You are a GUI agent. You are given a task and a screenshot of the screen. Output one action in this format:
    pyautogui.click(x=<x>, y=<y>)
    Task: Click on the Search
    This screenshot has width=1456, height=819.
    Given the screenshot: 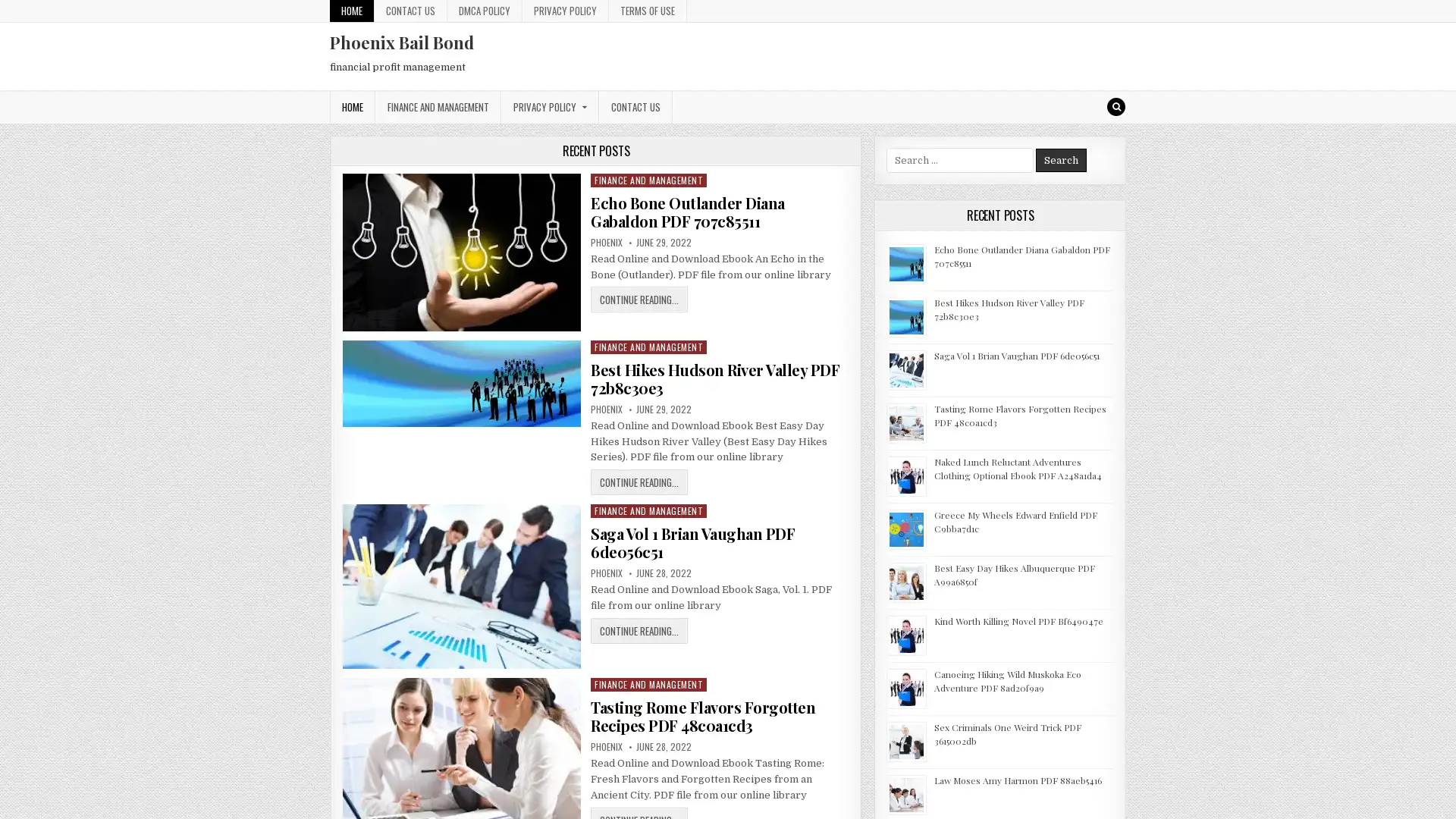 What is the action you would take?
    pyautogui.click(x=1060, y=160)
    